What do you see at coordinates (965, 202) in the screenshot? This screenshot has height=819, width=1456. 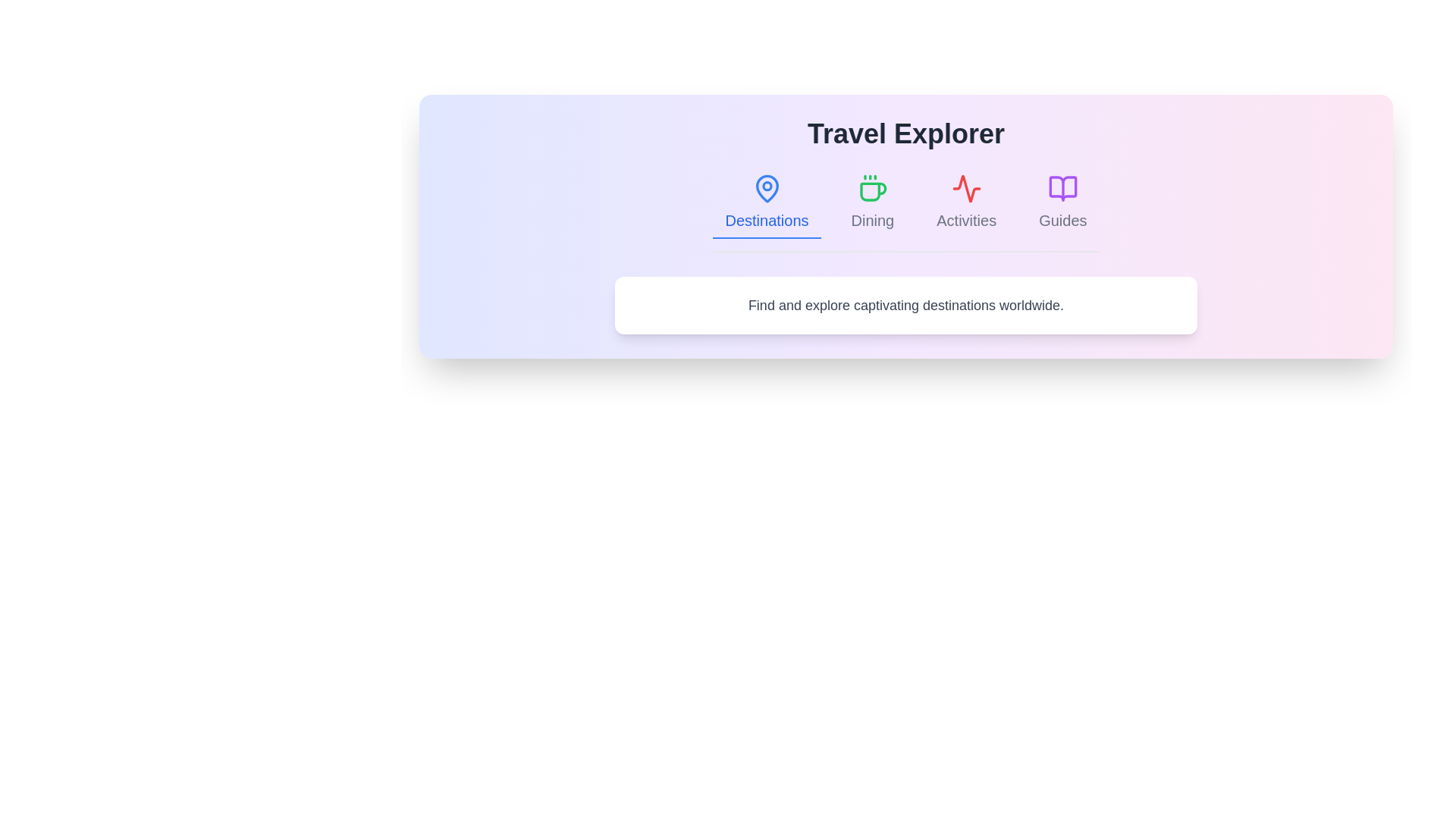 I see `the tab labeled Activities to view its content` at bounding box center [965, 202].